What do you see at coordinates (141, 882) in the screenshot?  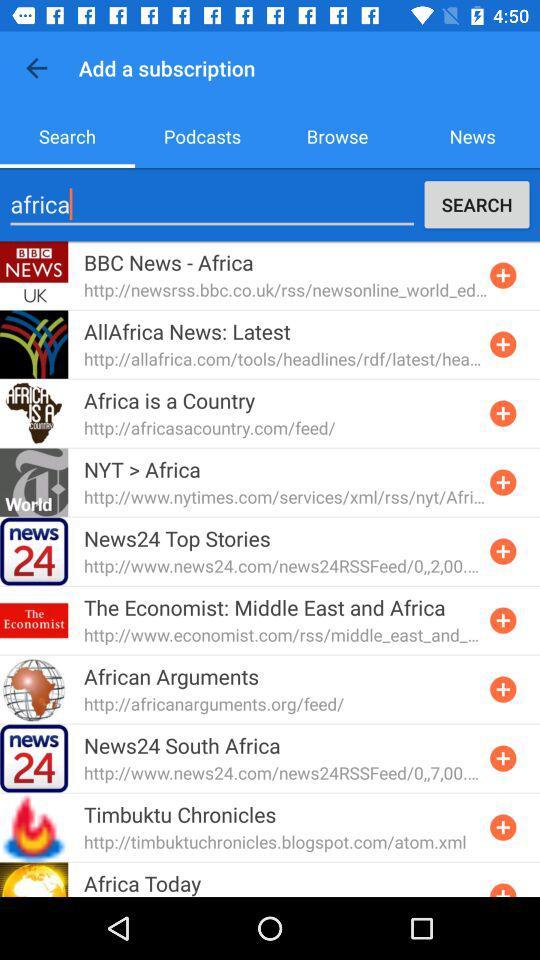 I see `africa today` at bounding box center [141, 882].